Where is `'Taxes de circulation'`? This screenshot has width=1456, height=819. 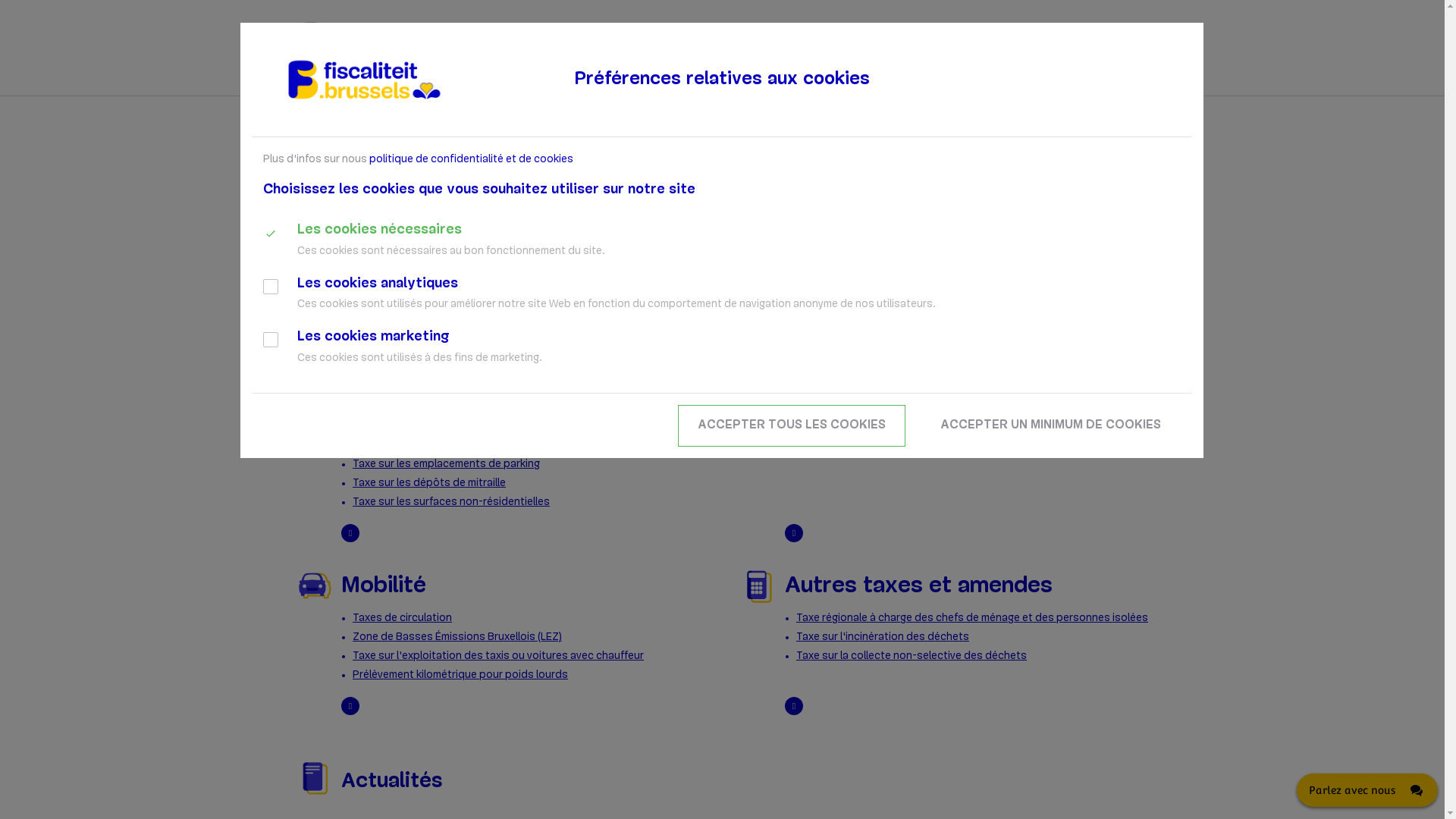 'Taxes de circulation' is located at coordinates (402, 618).